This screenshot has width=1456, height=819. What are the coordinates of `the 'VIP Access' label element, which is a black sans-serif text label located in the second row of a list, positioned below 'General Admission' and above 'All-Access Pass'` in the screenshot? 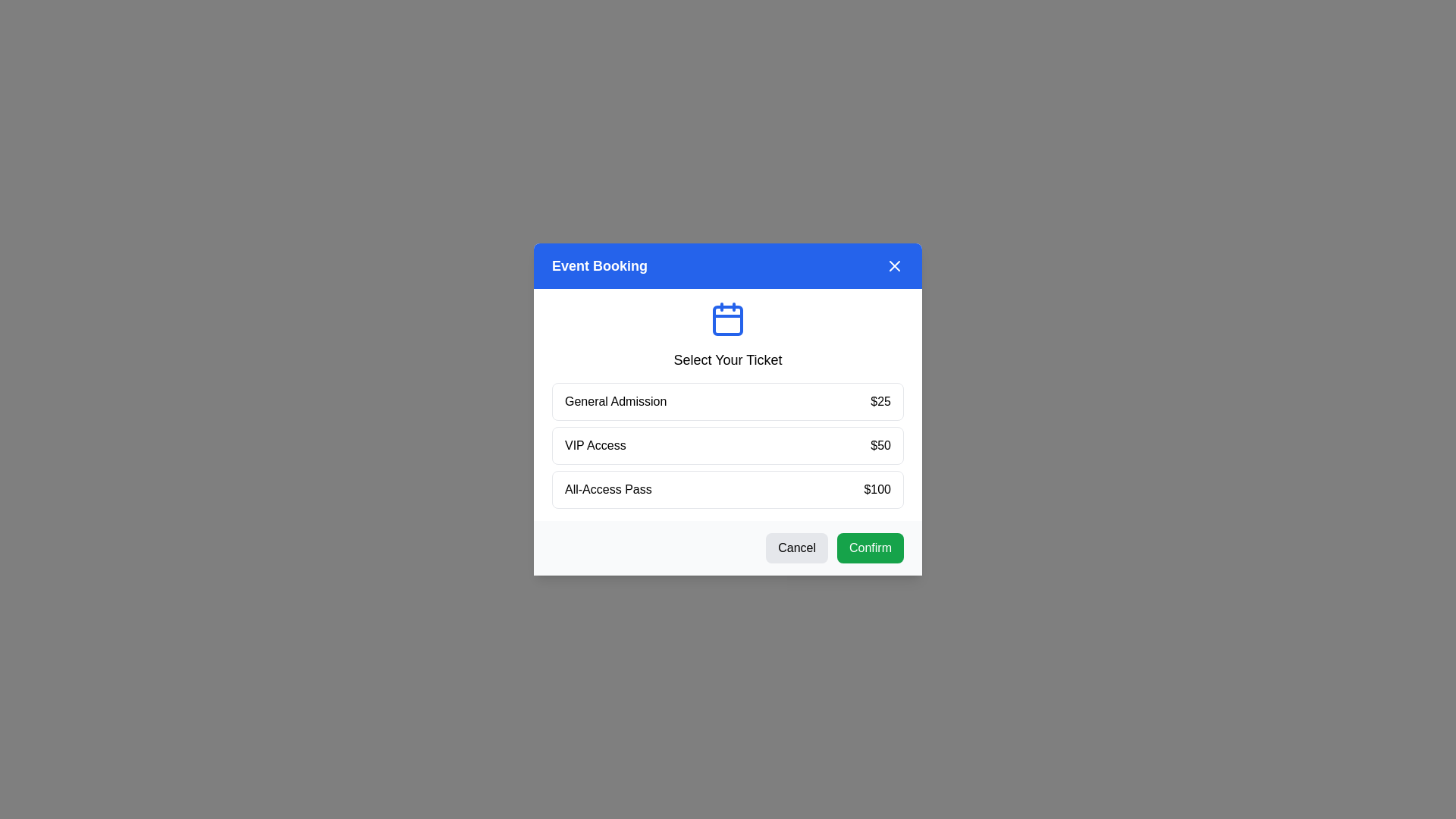 It's located at (595, 444).